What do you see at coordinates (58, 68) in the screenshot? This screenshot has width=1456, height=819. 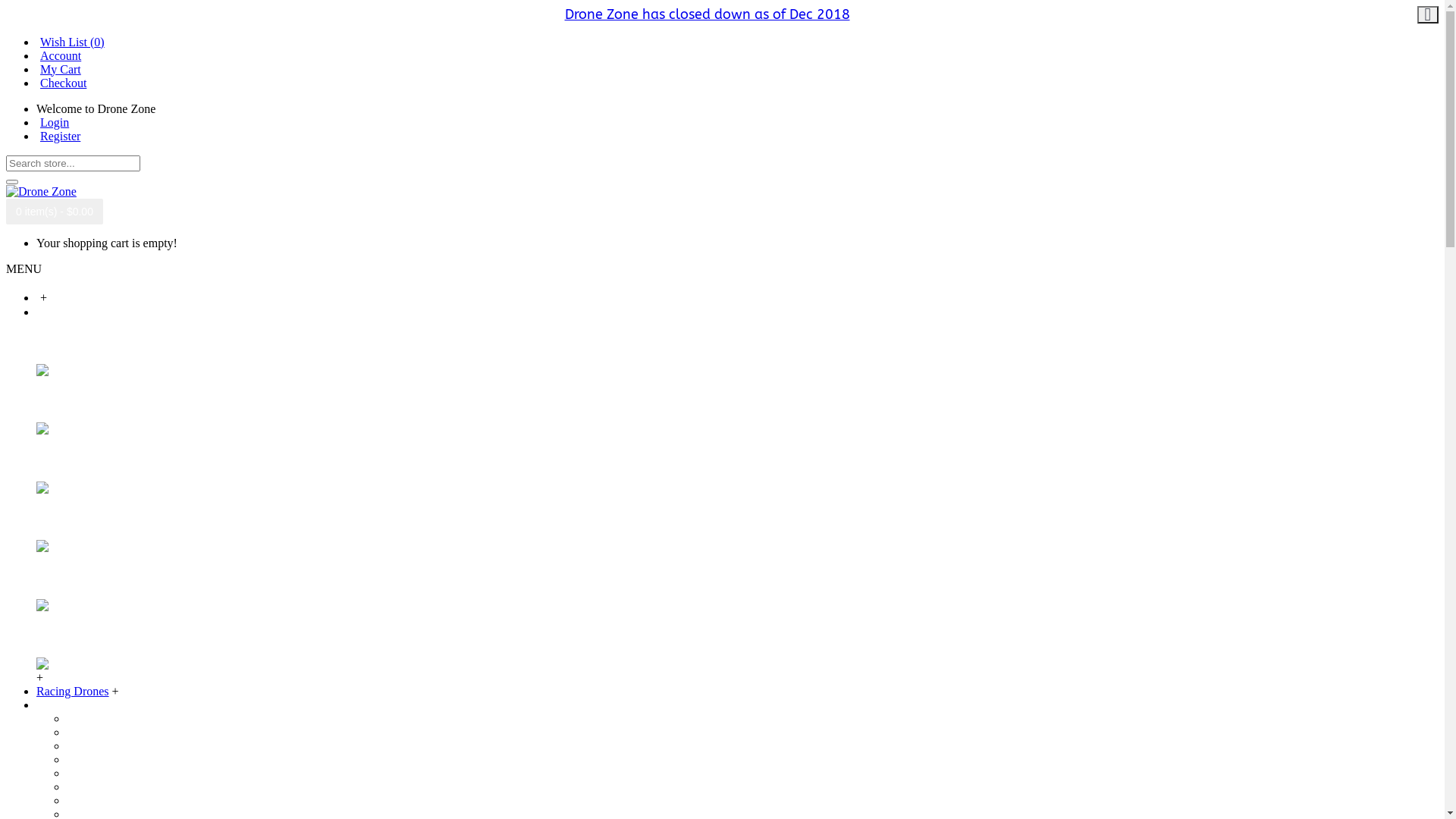 I see `'My Cart'` at bounding box center [58, 68].